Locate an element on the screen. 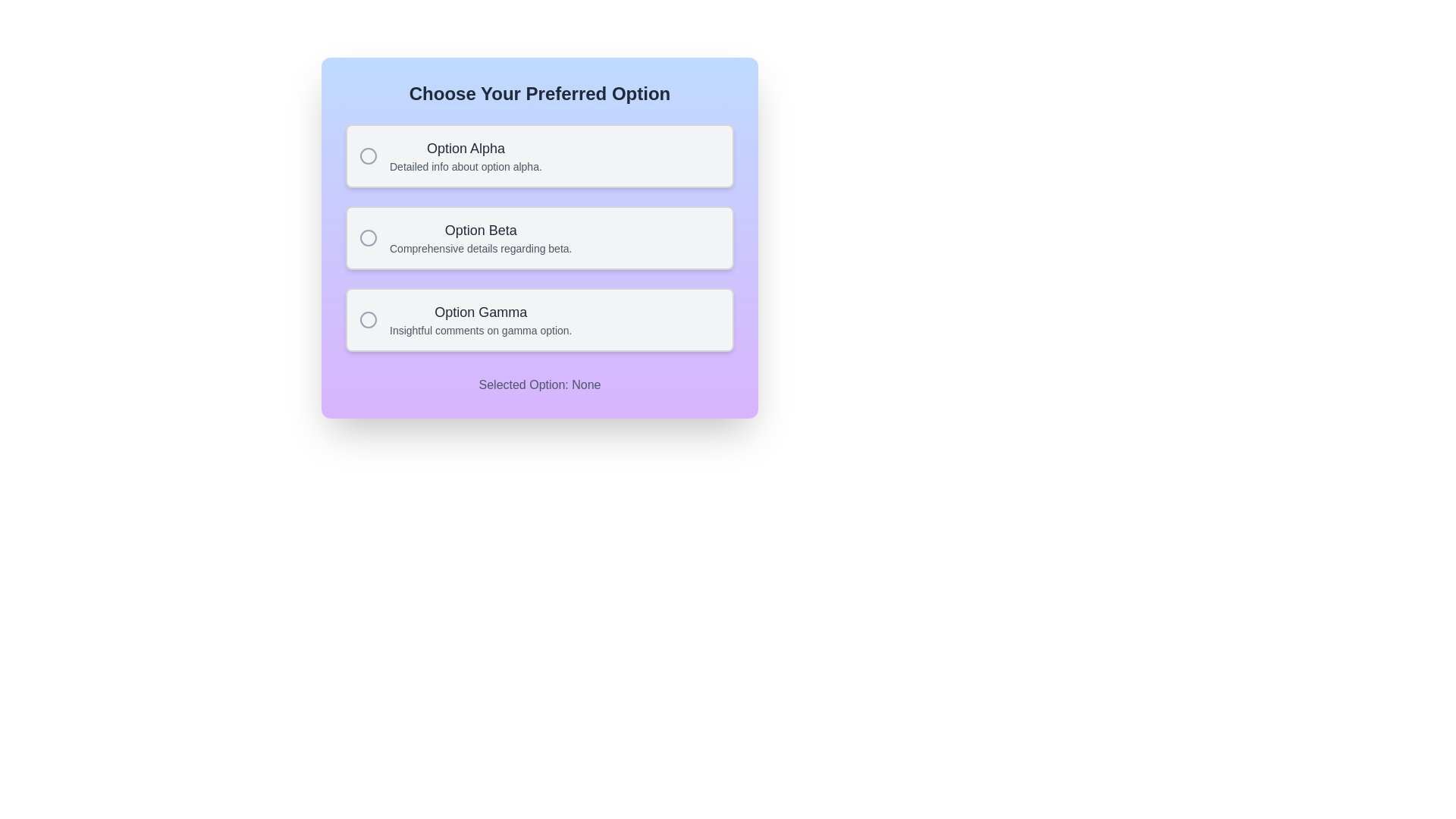 Image resolution: width=1456 pixels, height=819 pixels. the 'Option Beta' radio button is located at coordinates (368, 237).